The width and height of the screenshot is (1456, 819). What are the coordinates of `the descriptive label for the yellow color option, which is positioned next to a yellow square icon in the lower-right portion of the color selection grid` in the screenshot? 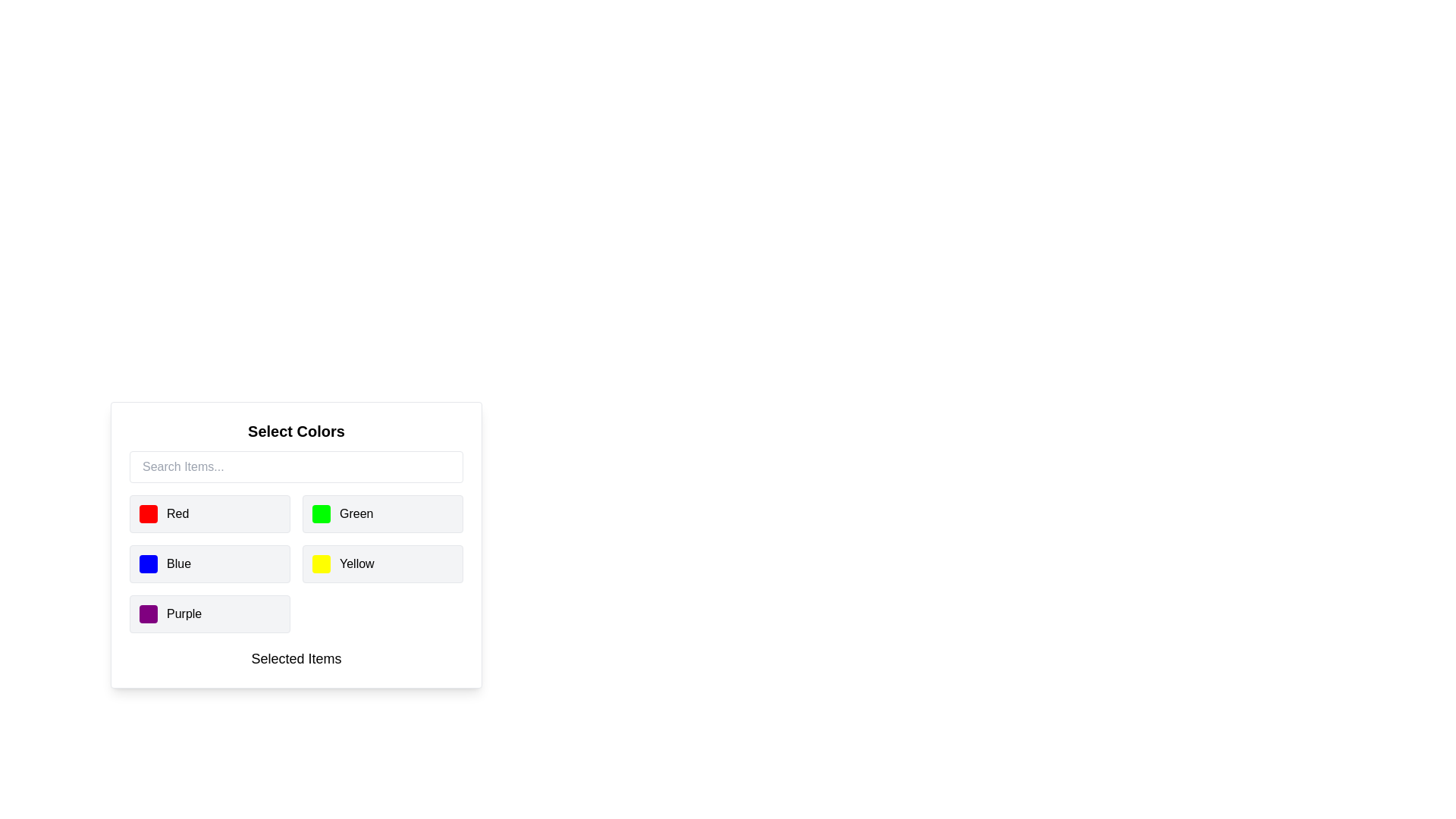 It's located at (356, 564).